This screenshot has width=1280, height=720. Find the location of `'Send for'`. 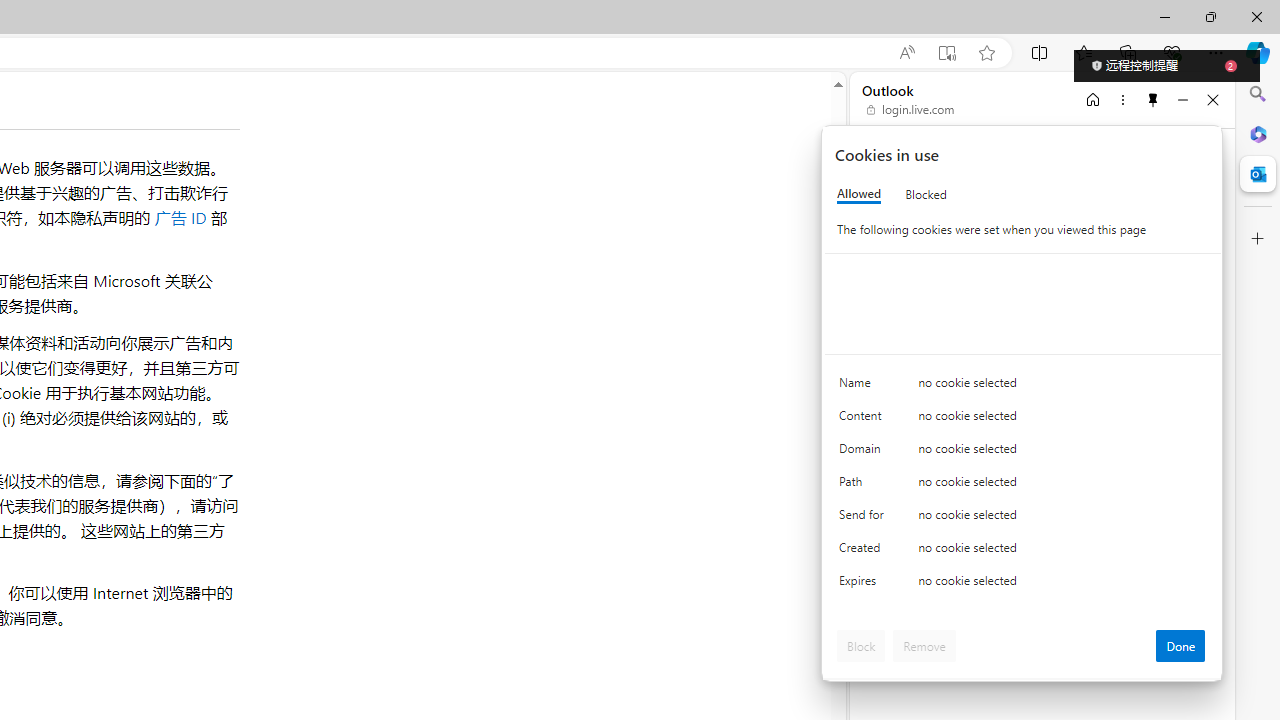

'Send for' is located at coordinates (865, 518).